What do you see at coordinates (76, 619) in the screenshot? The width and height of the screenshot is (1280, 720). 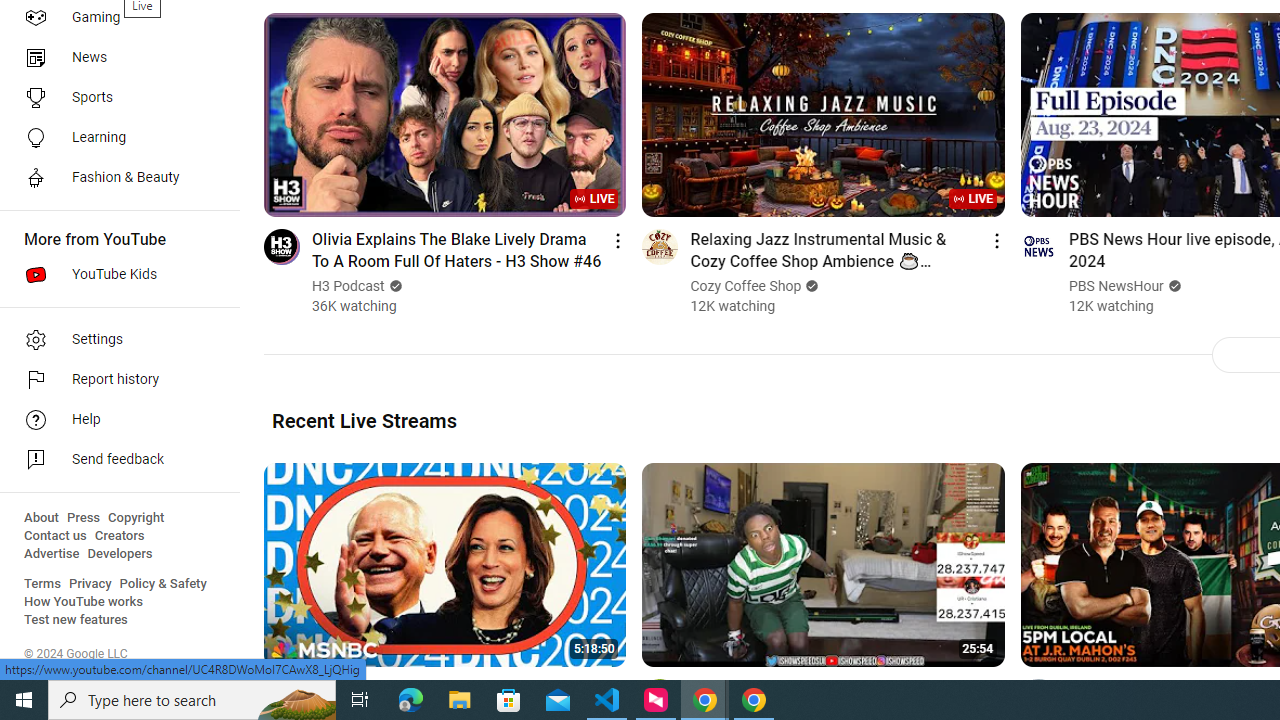 I see `'Test new features'` at bounding box center [76, 619].